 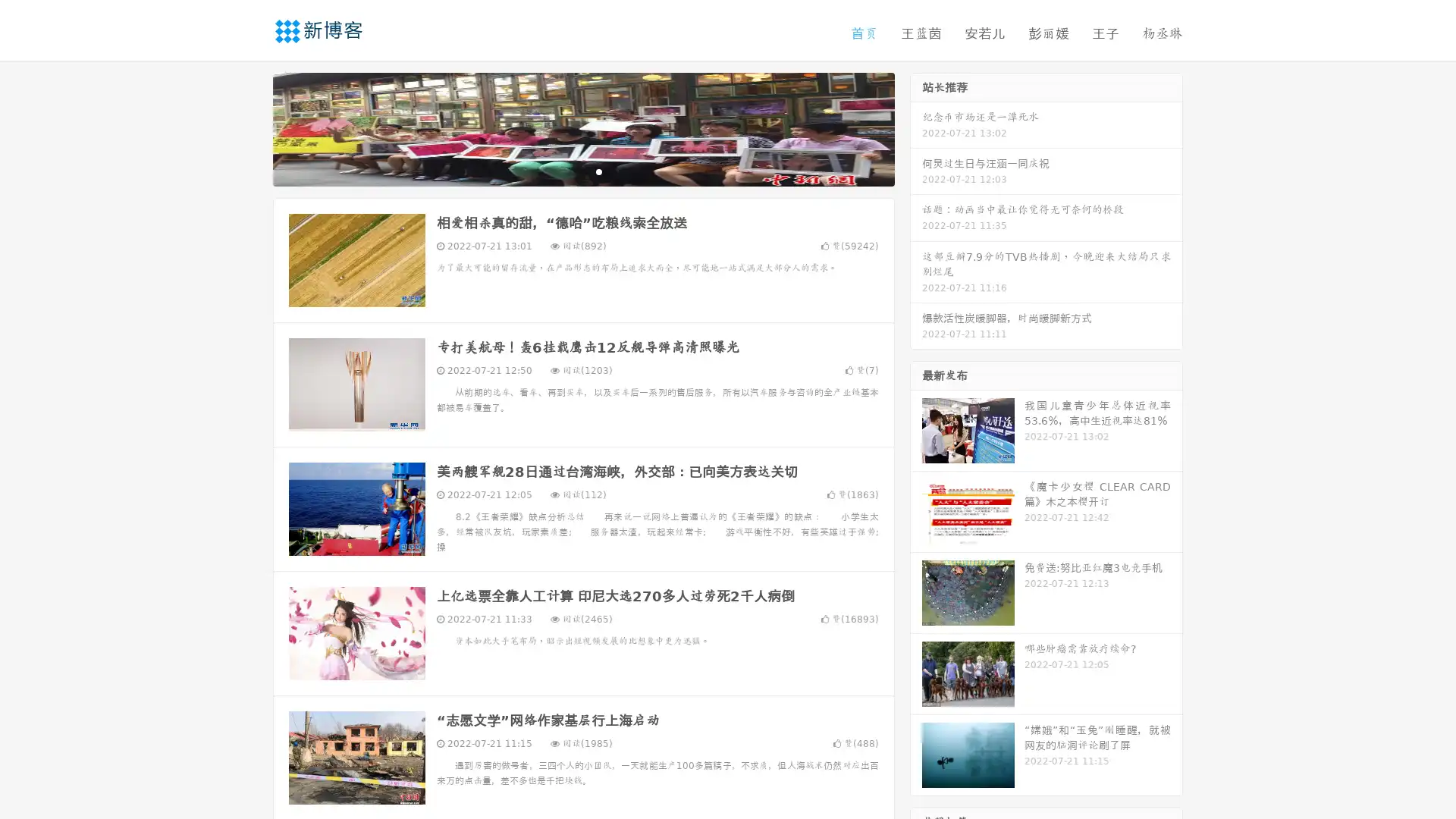 I want to click on Previous slide, so click(x=250, y=127).